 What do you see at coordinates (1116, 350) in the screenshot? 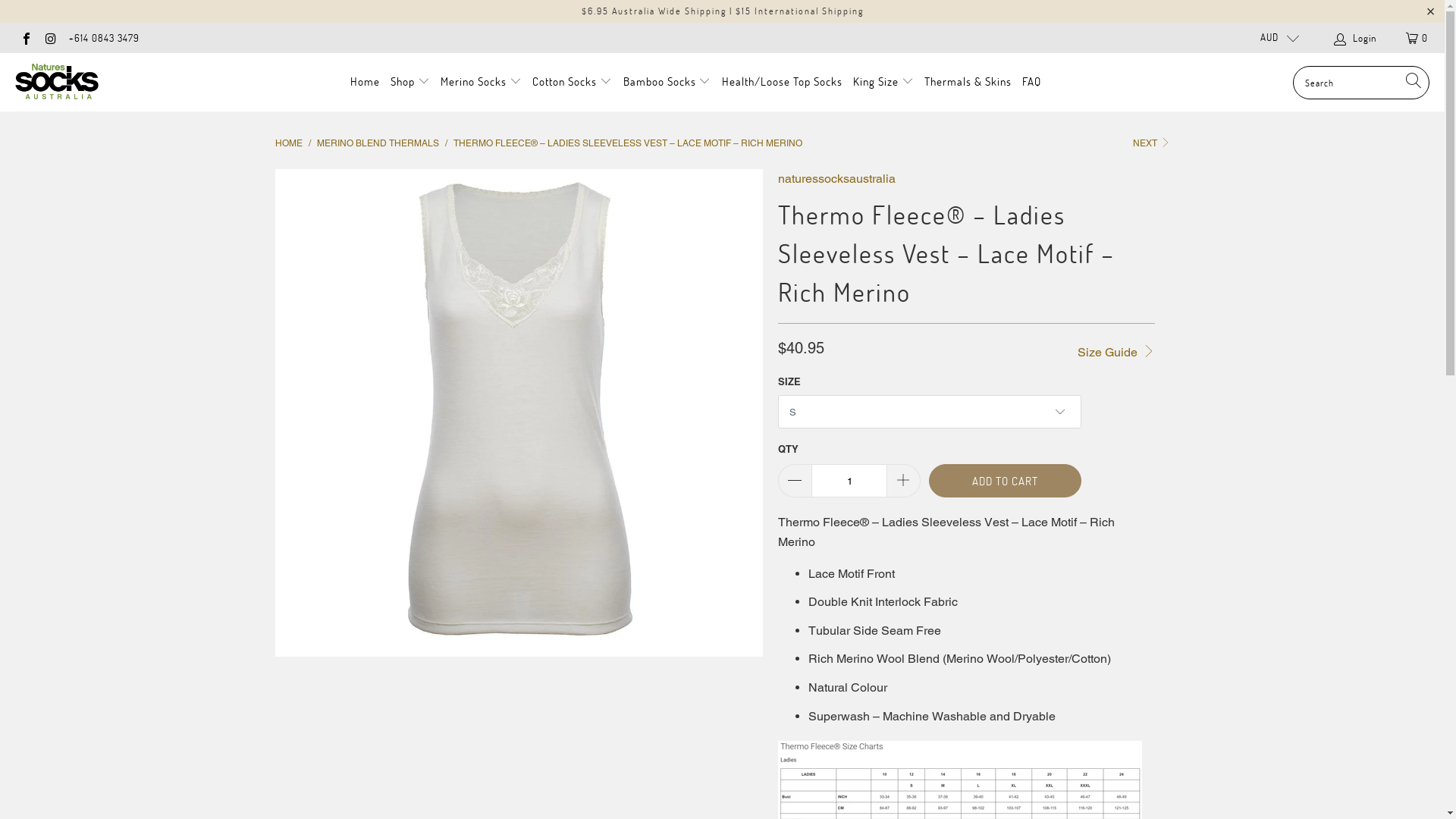
I see `'Size Guide'` at bounding box center [1116, 350].